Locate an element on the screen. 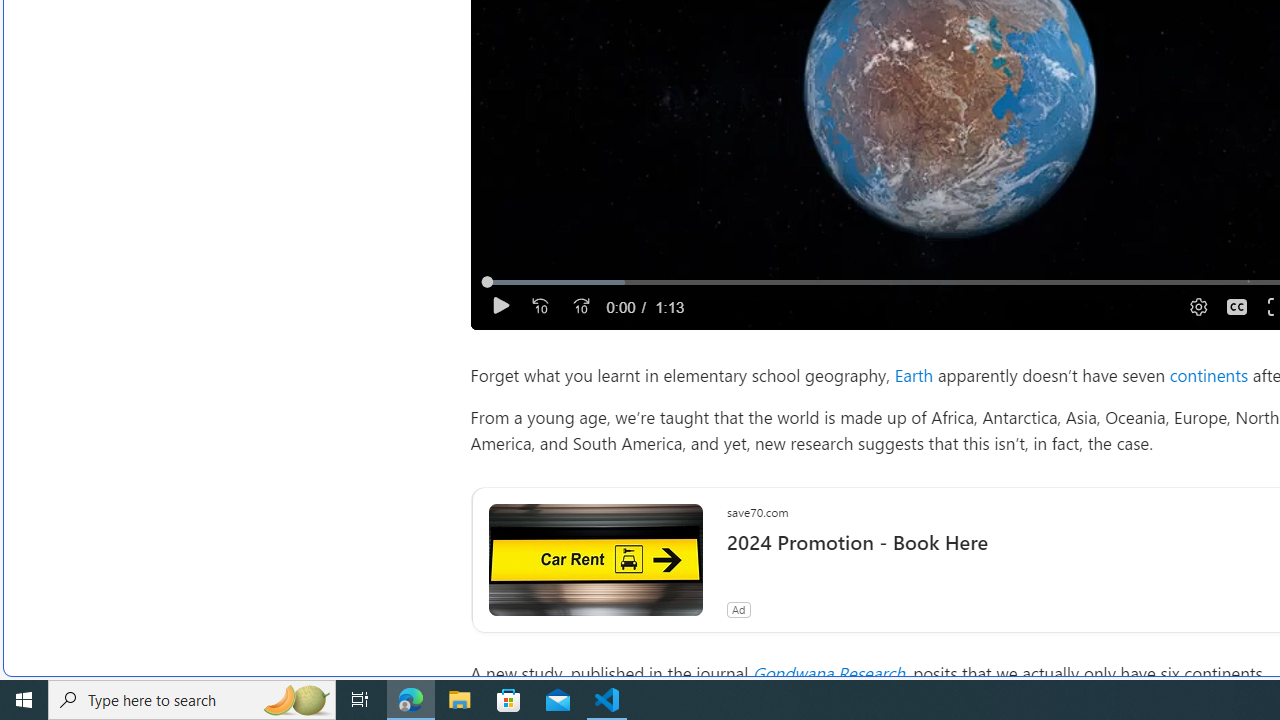  'Earth' is located at coordinates (912, 374).